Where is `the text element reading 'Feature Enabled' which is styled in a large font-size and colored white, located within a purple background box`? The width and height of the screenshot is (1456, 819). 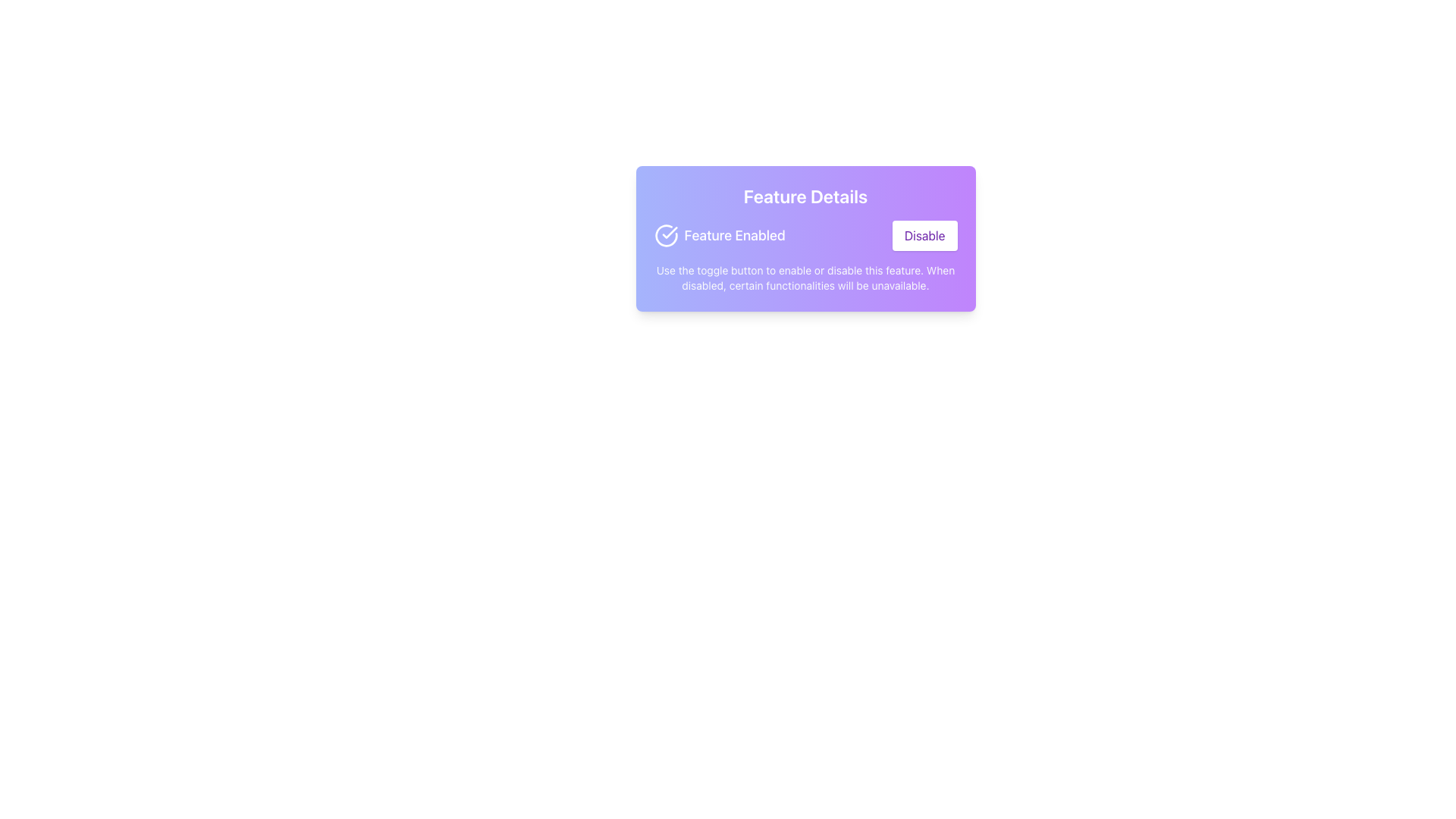 the text element reading 'Feature Enabled' which is styled in a large font-size and colored white, located within a purple background box is located at coordinates (735, 236).